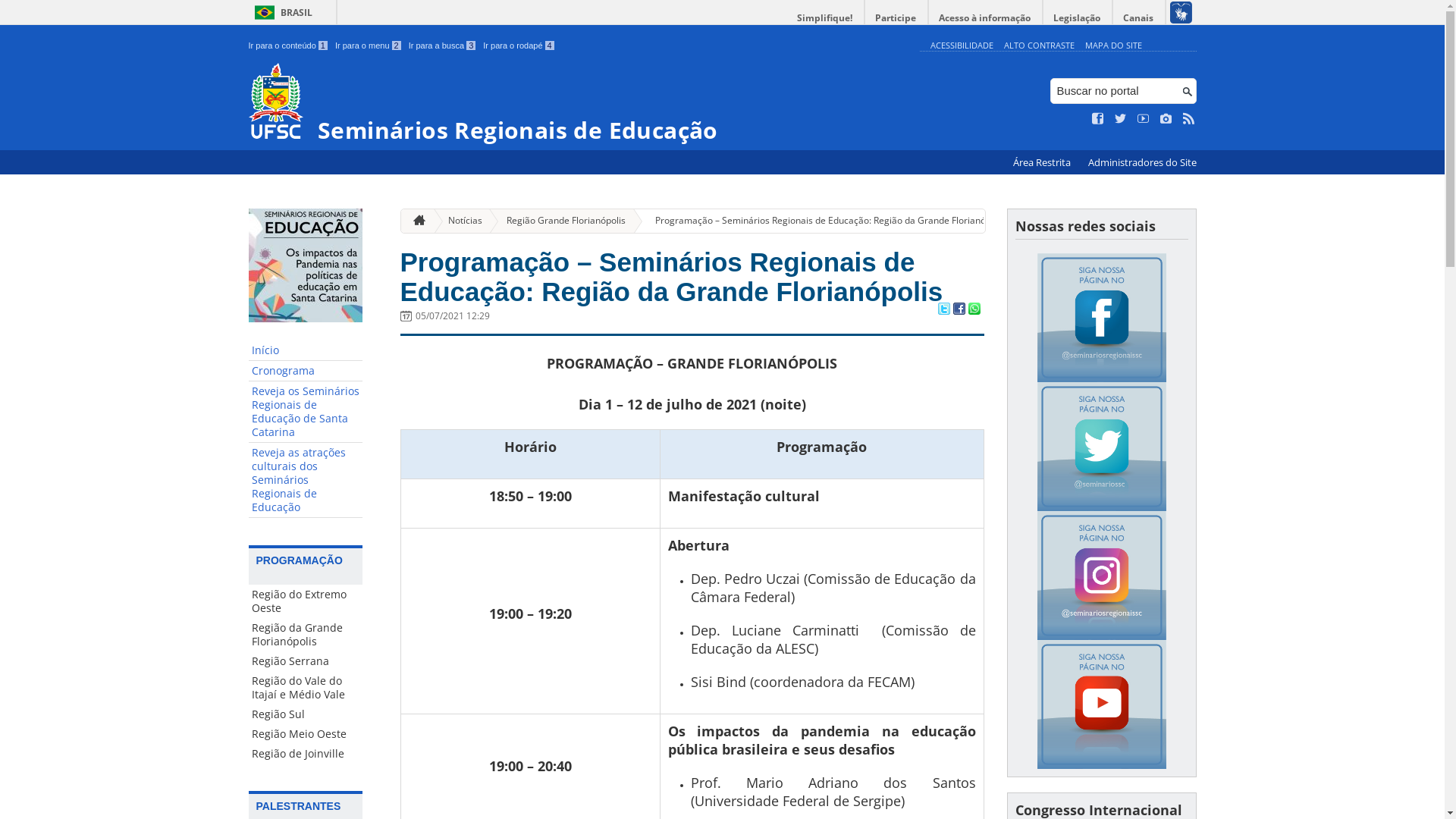  I want to click on 'BRASIL', so click(281, 12).